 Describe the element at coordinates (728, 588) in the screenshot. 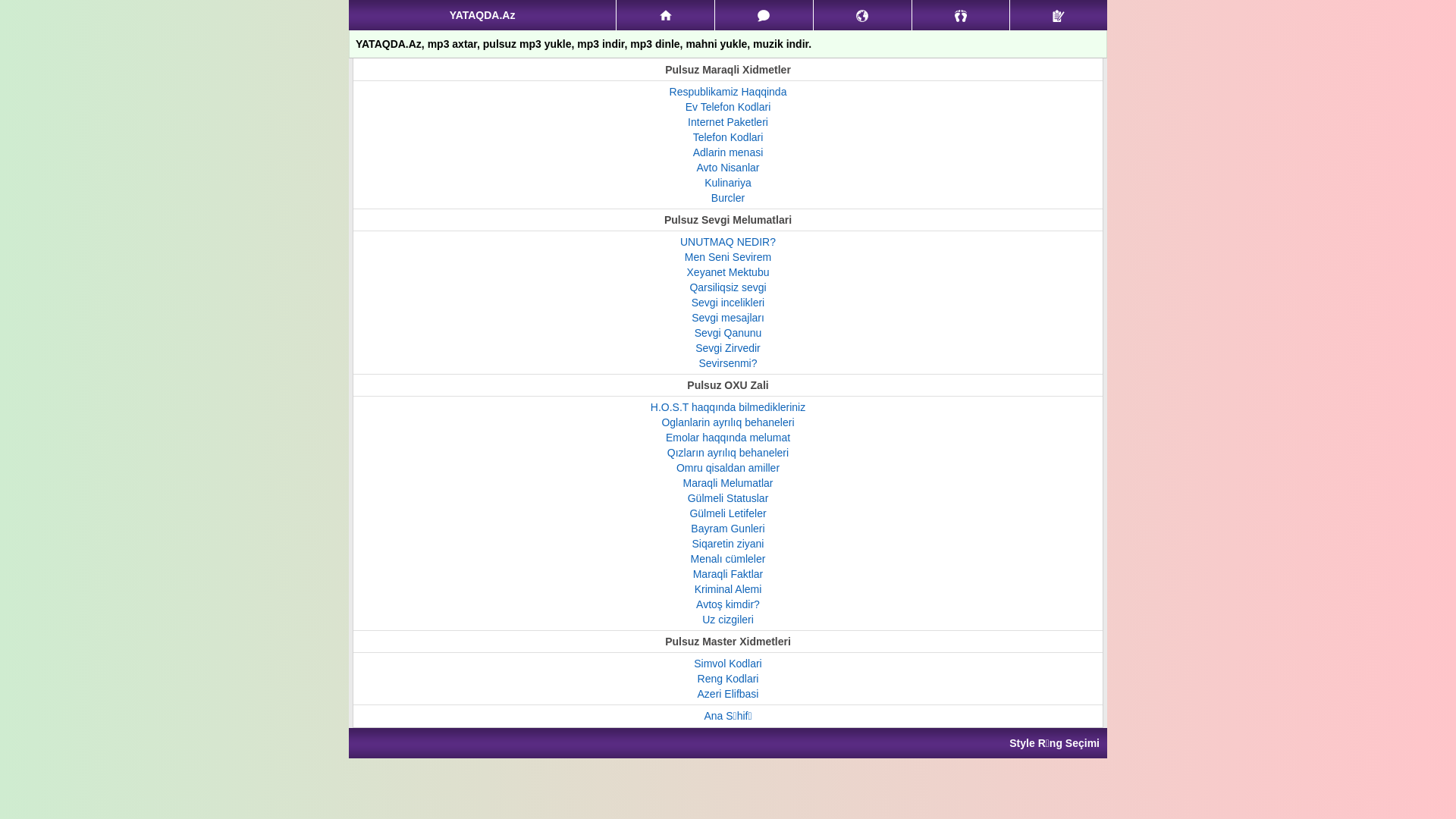

I see `'Kriminal Alemi'` at that location.